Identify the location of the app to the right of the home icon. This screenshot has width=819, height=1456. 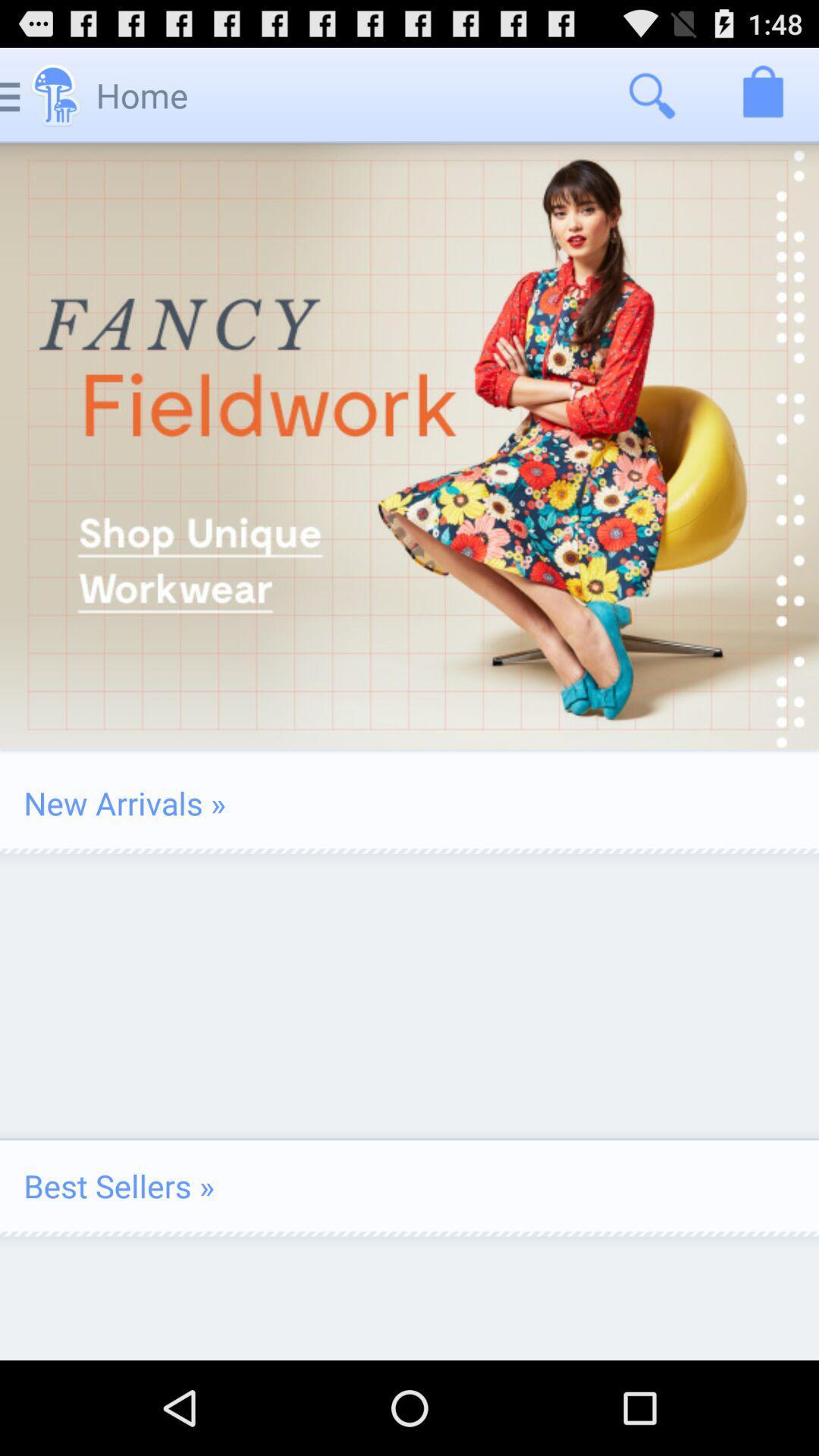
(651, 94).